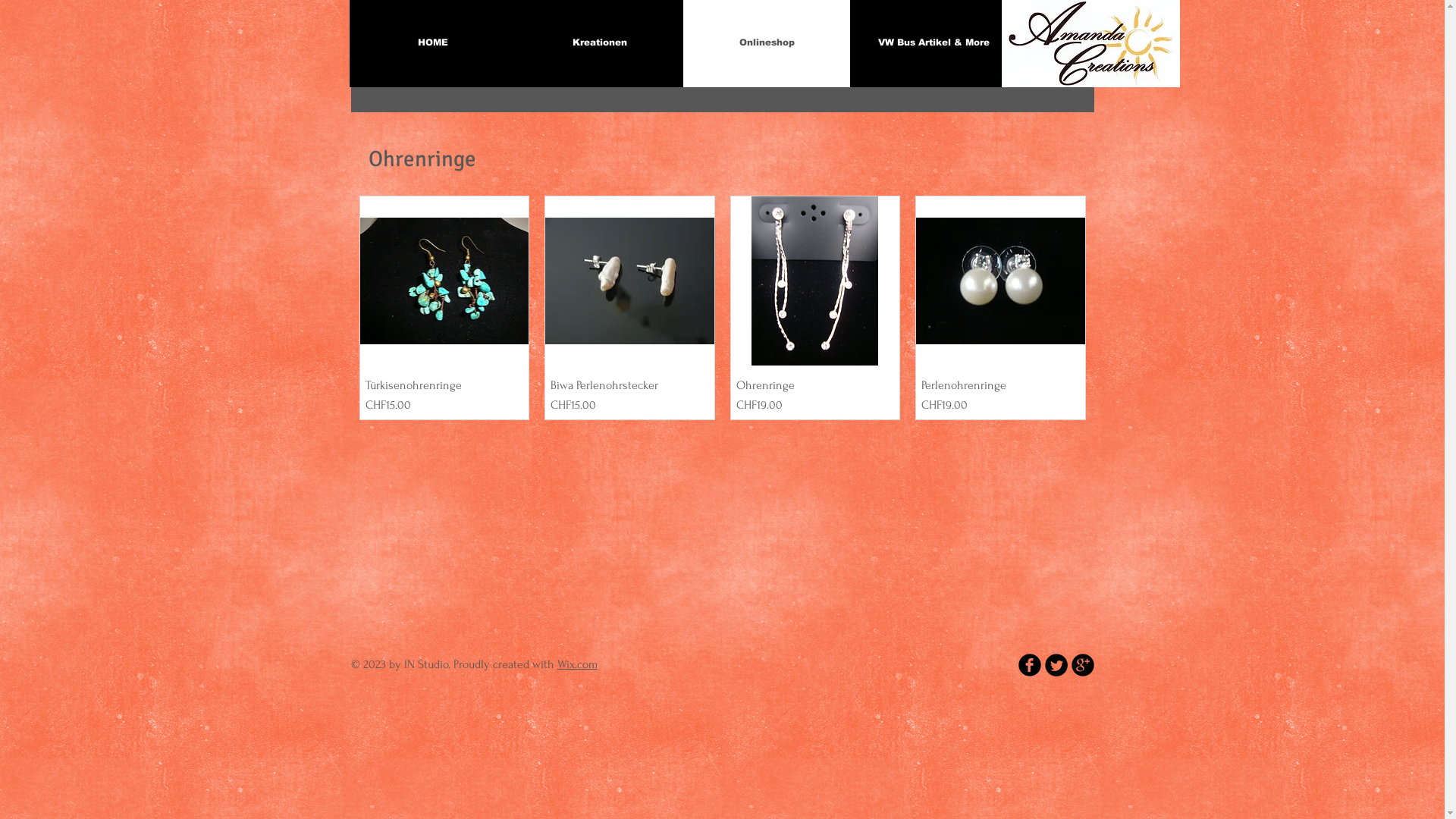  I want to click on 'Wix.com', so click(576, 663).